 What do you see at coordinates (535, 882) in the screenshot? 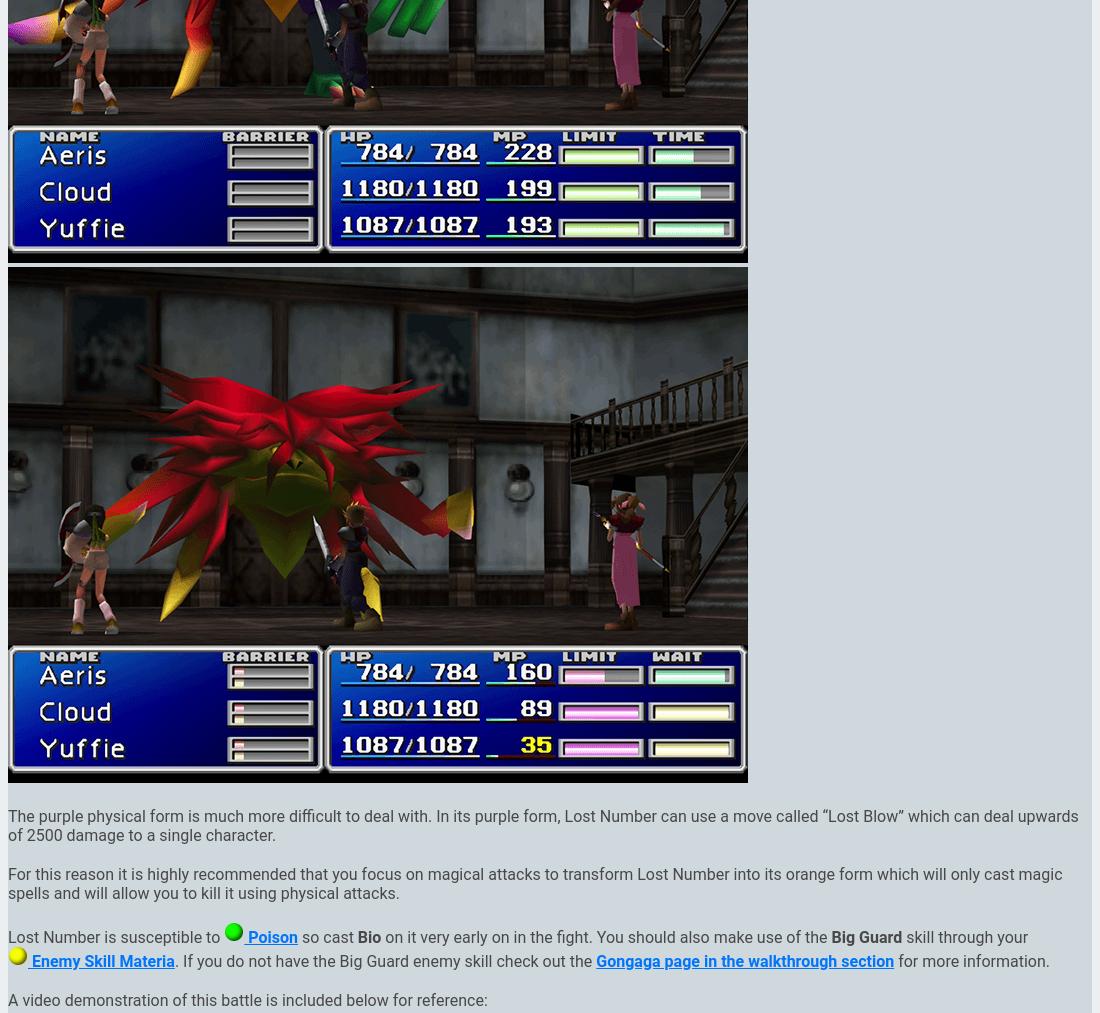
I see `'For this reason it is highly recommended that you focus on magical attacks to transform Lost Number into its orange form which will only cast magic spells and will allow you to kill it using physical attacks.'` at bounding box center [535, 882].